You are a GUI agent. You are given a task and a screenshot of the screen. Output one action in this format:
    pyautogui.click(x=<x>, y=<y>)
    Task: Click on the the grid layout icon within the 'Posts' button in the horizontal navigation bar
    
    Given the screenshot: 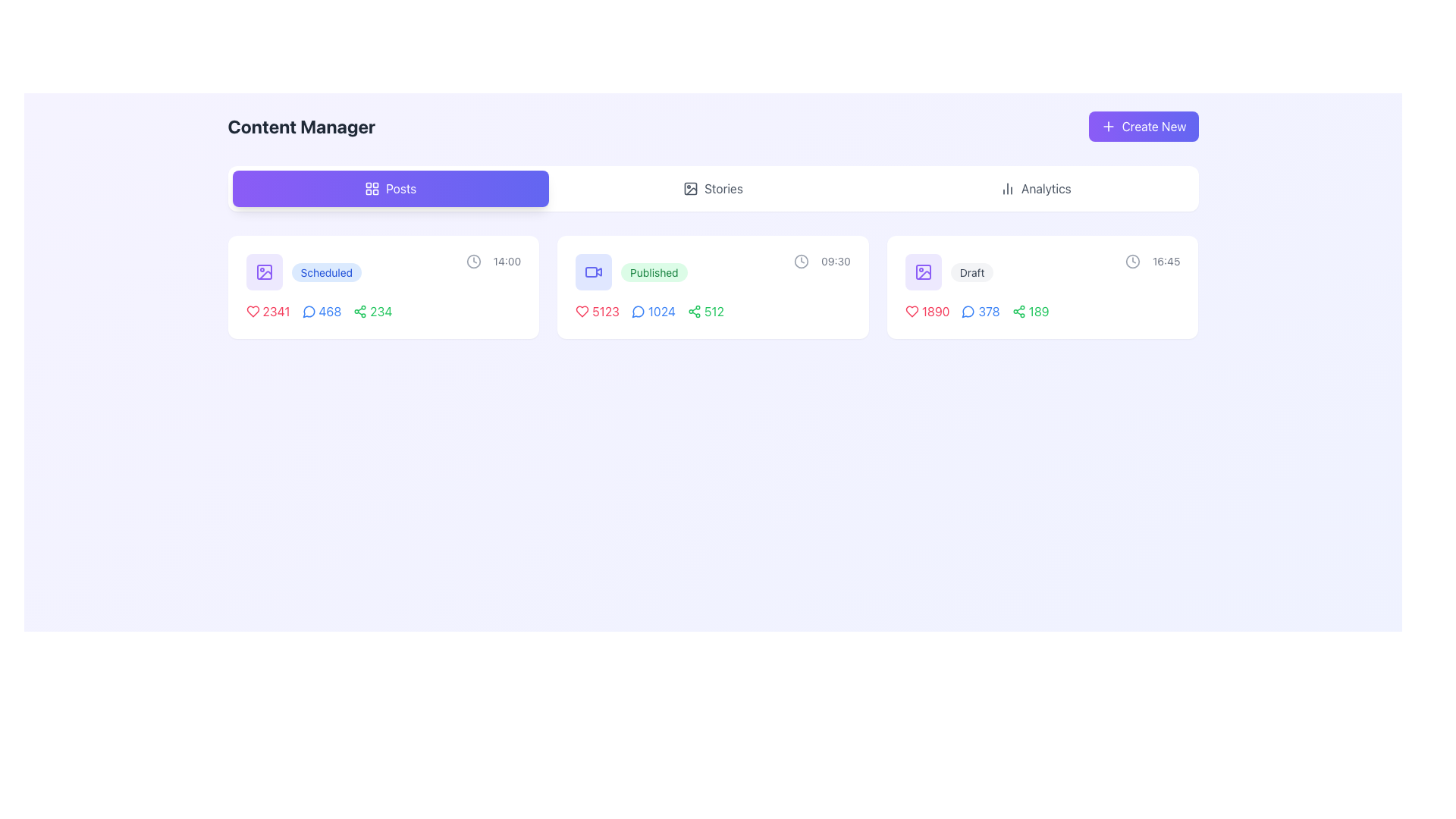 What is the action you would take?
    pyautogui.click(x=372, y=188)
    